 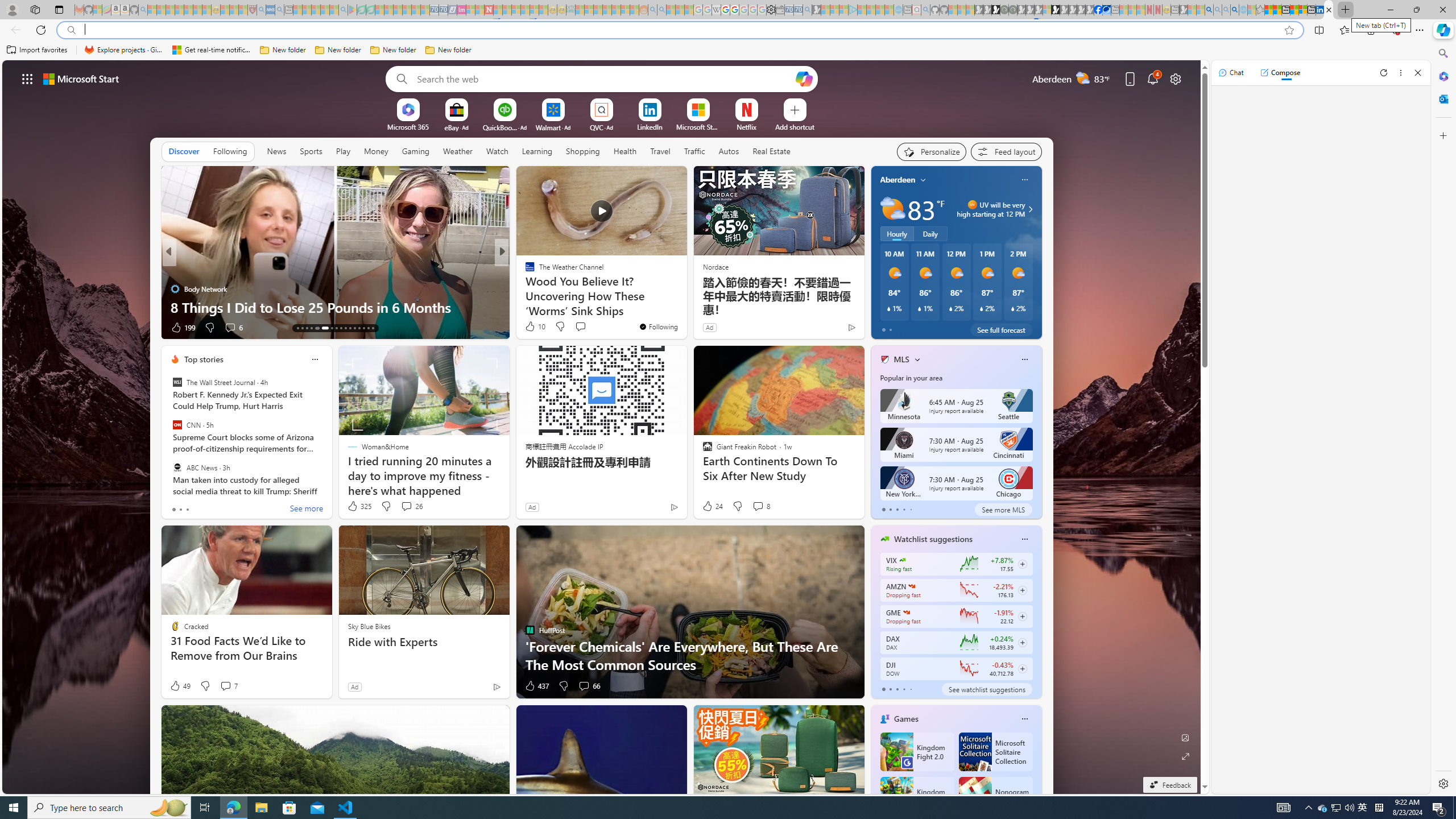 I want to click on 'AutomationID: tab-27', so click(x=368, y=328).